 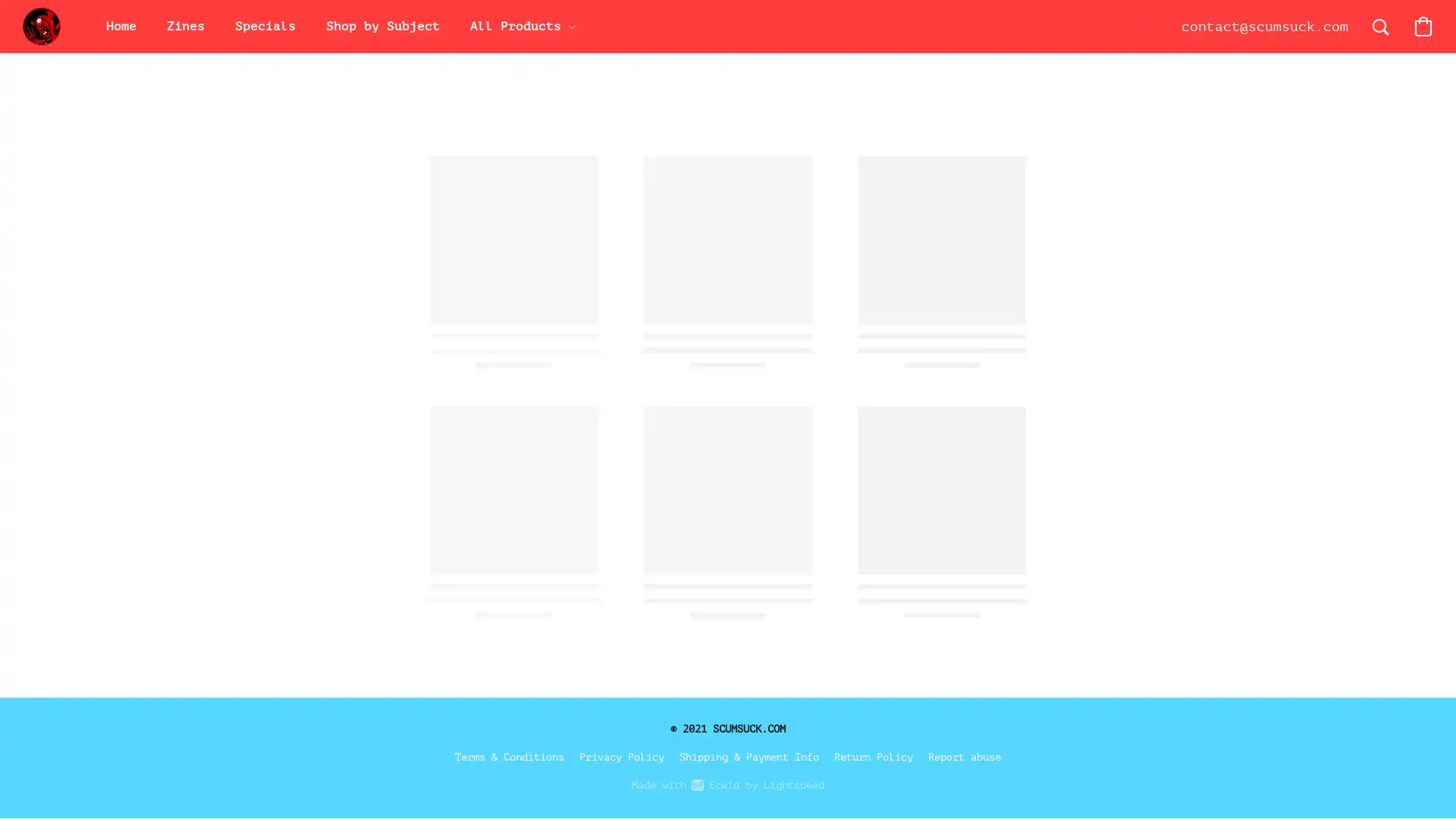 What do you see at coordinates (1380, 26) in the screenshot?
I see `Search the website` at bounding box center [1380, 26].